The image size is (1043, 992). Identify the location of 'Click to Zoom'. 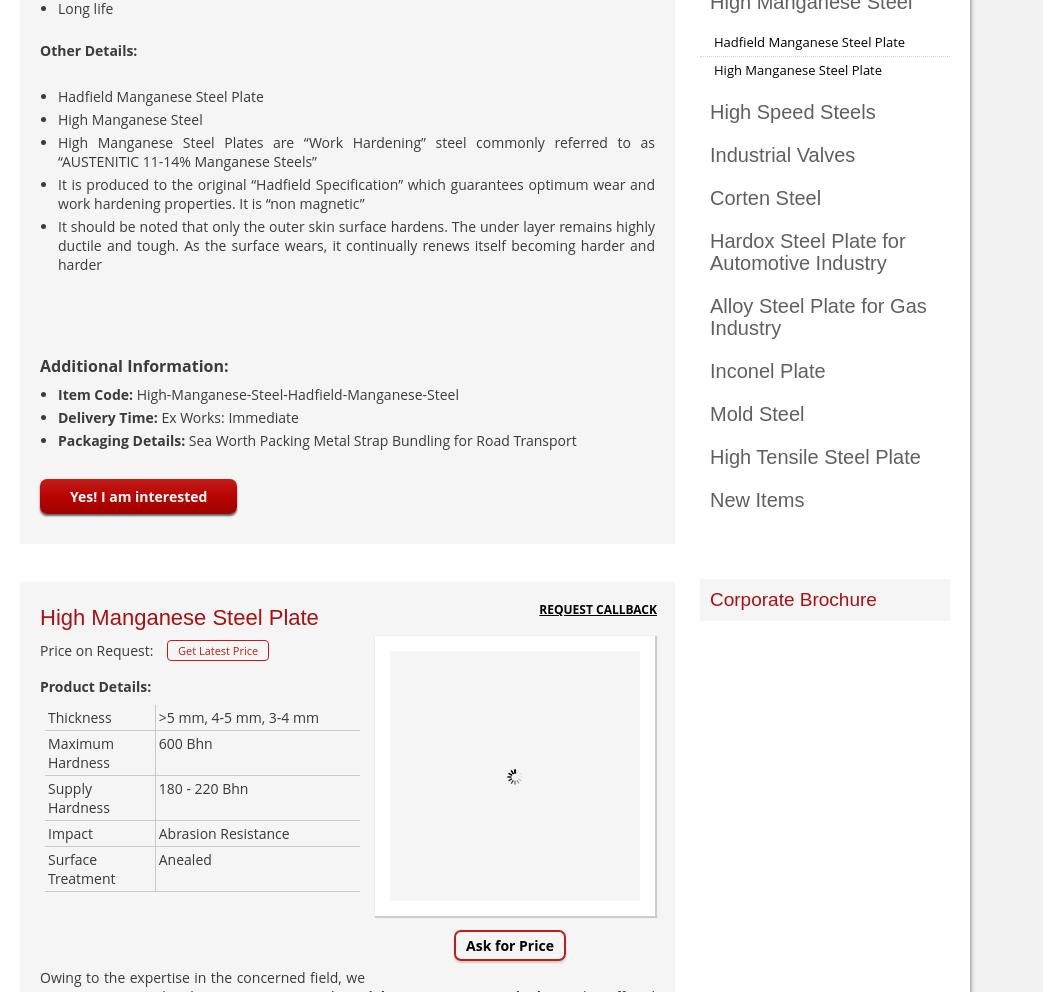
(513, 915).